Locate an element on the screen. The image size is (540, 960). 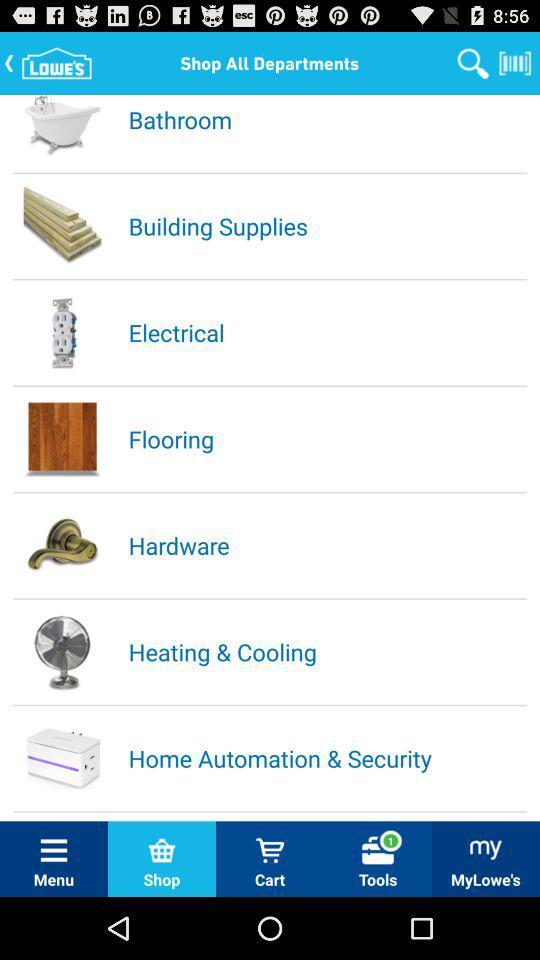
icon above the hardware icon is located at coordinates (326, 438).